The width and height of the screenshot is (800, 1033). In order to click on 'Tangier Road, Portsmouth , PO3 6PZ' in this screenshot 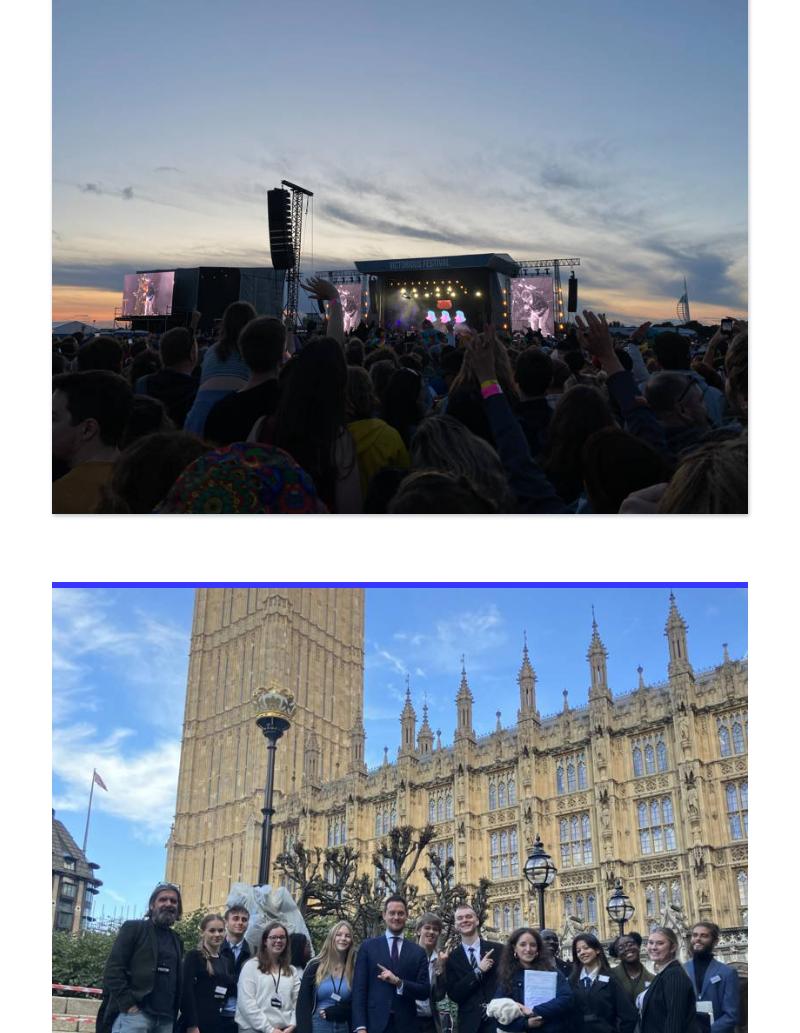, I will do `click(197, 649)`.